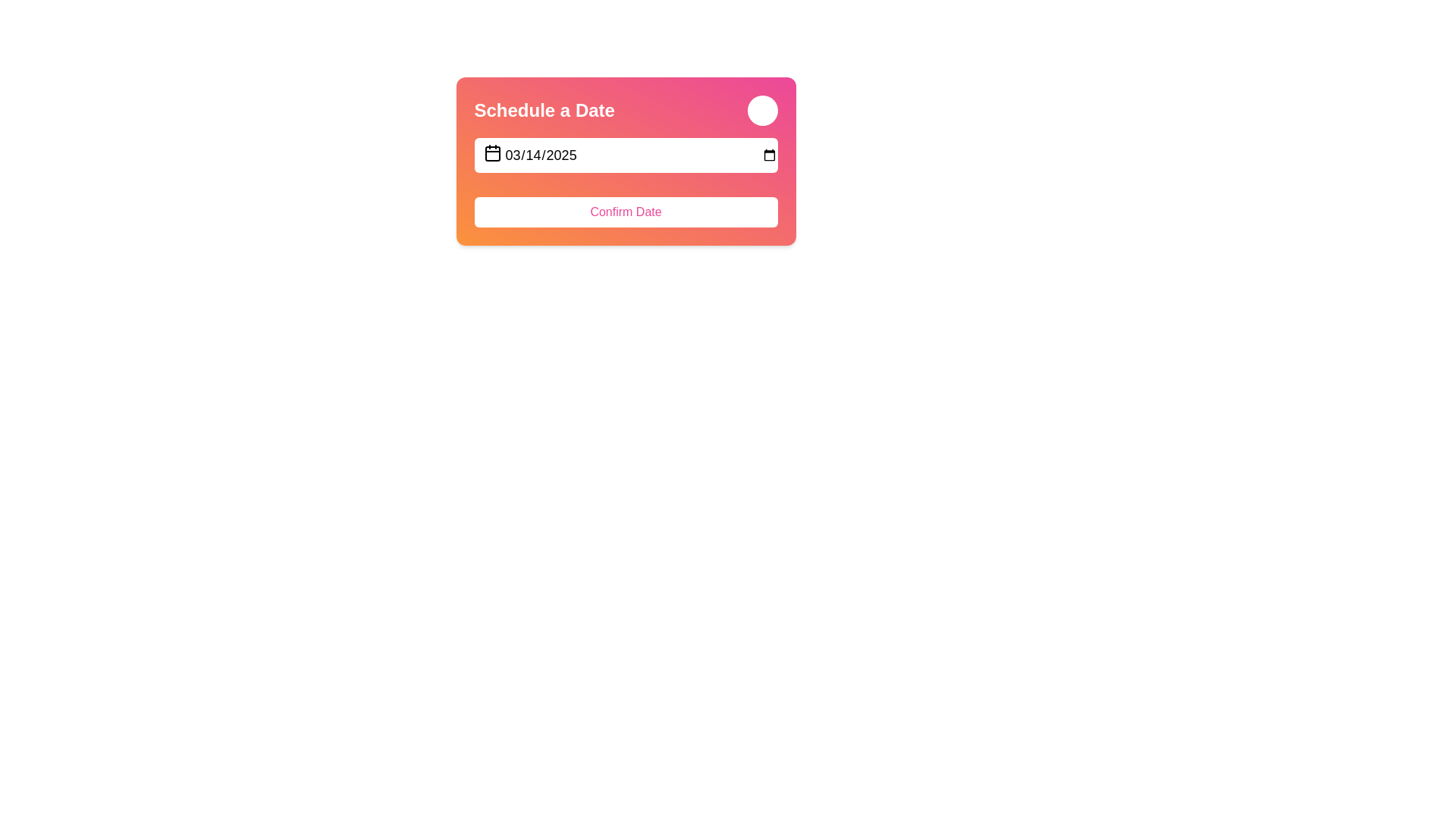  What do you see at coordinates (762, 110) in the screenshot?
I see `the interactive button located at the rightmost position in the header of the card, adjacent` at bounding box center [762, 110].